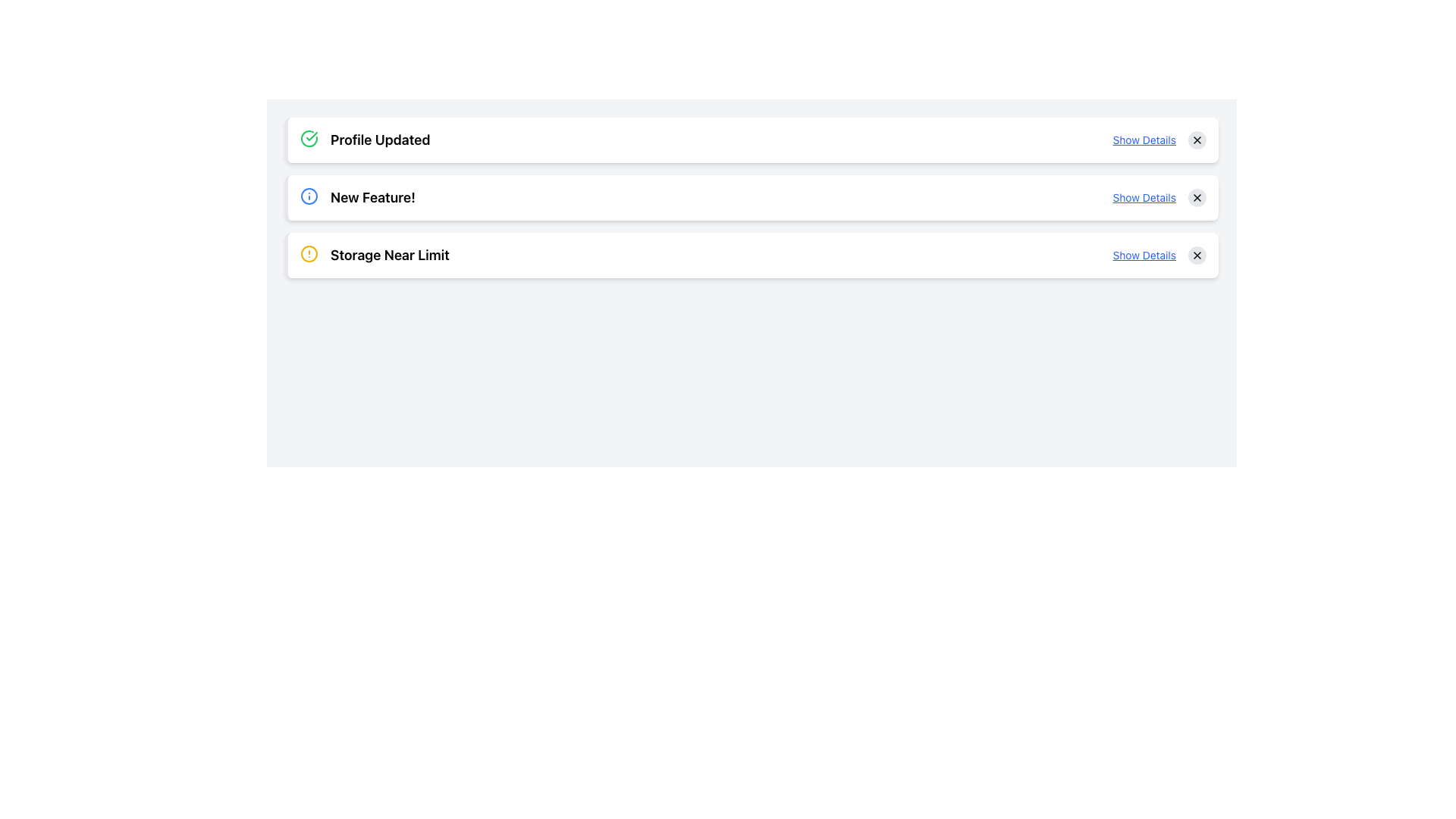 The image size is (1456, 819). What do you see at coordinates (1197, 140) in the screenshot?
I see `the close button icon located at the far right of the 'Profile Updated' notification to dismiss the notification` at bounding box center [1197, 140].